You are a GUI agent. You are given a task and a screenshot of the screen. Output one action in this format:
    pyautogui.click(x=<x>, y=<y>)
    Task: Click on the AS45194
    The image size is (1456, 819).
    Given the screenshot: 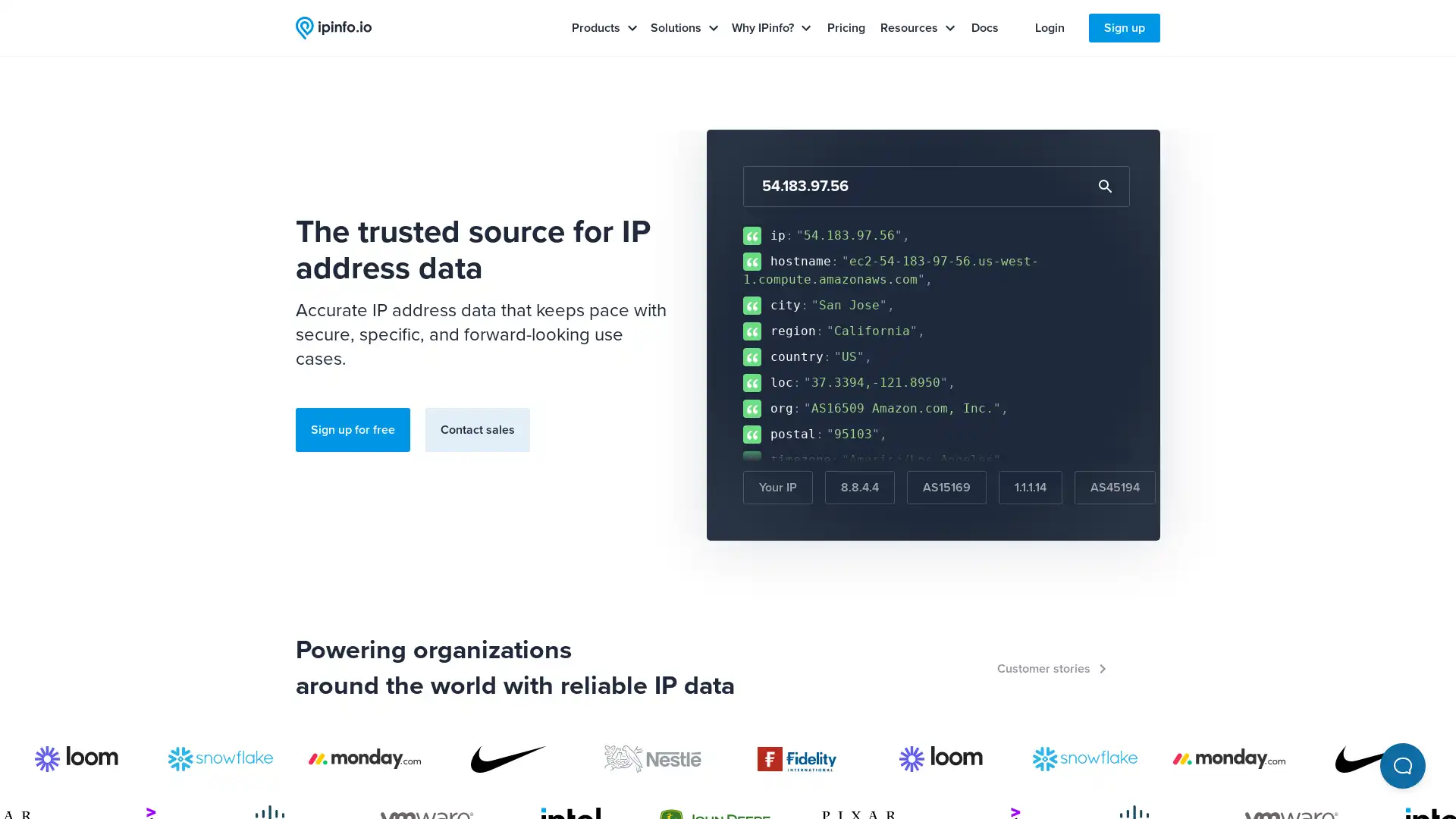 What is the action you would take?
    pyautogui.click(x=1115, y=488)
    